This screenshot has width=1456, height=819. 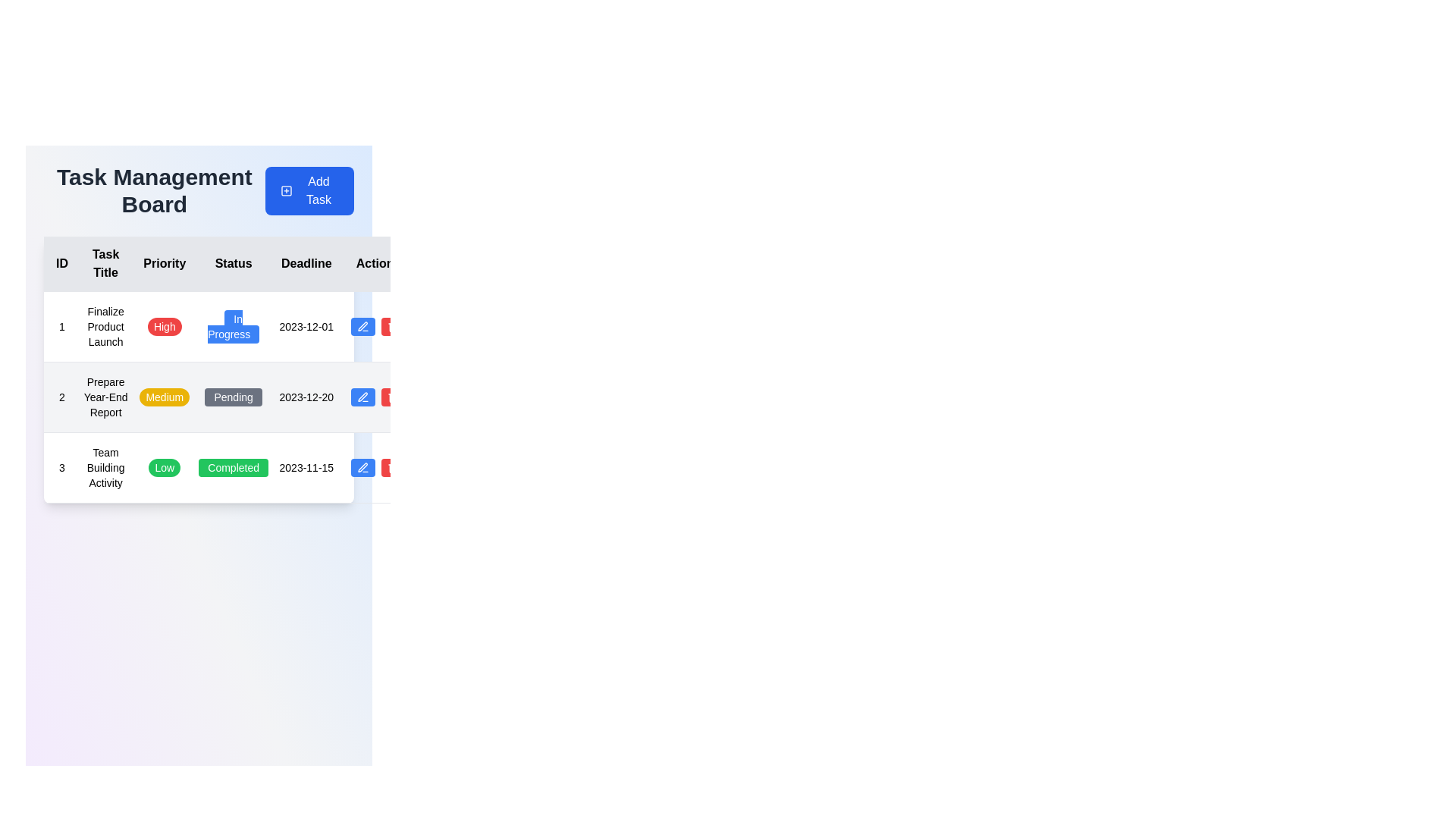 What do you see at coordinates (286, 190) in the screenshot?
I see `the 'Add Task' button by targeting the plus icon which is a square-shaped icon with a blue background and white border, located at the top-right corner next to the 'Task Management Board' heading` at bounding box center [286, 190].